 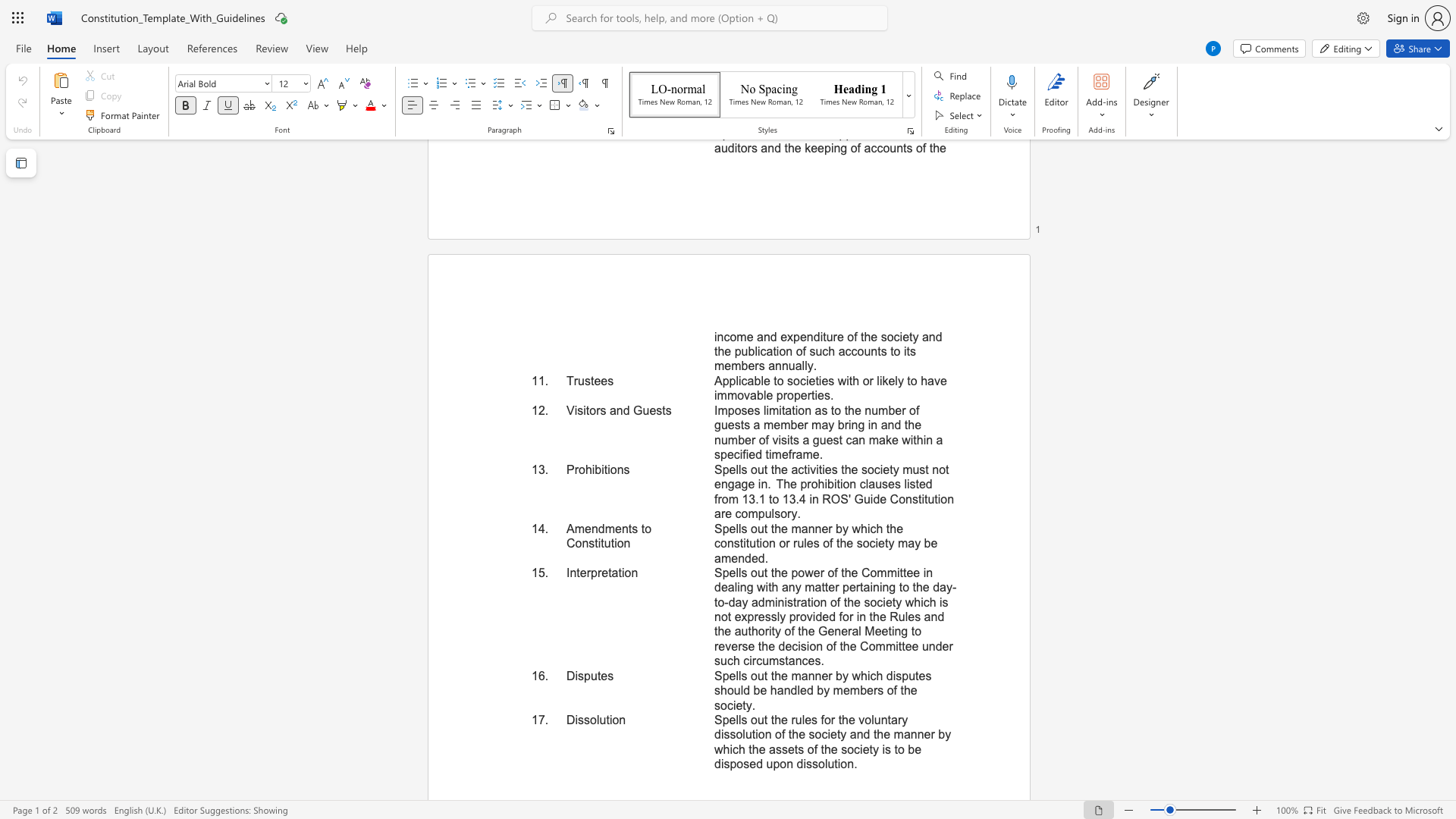 I want to click on the subset text "d upon dissolution" within the text "Spells out the rules for the voluntary dissolution of the society and the manner by which the assets of the society is to be disposed upon dissolution.", so click(x=756, y=764).